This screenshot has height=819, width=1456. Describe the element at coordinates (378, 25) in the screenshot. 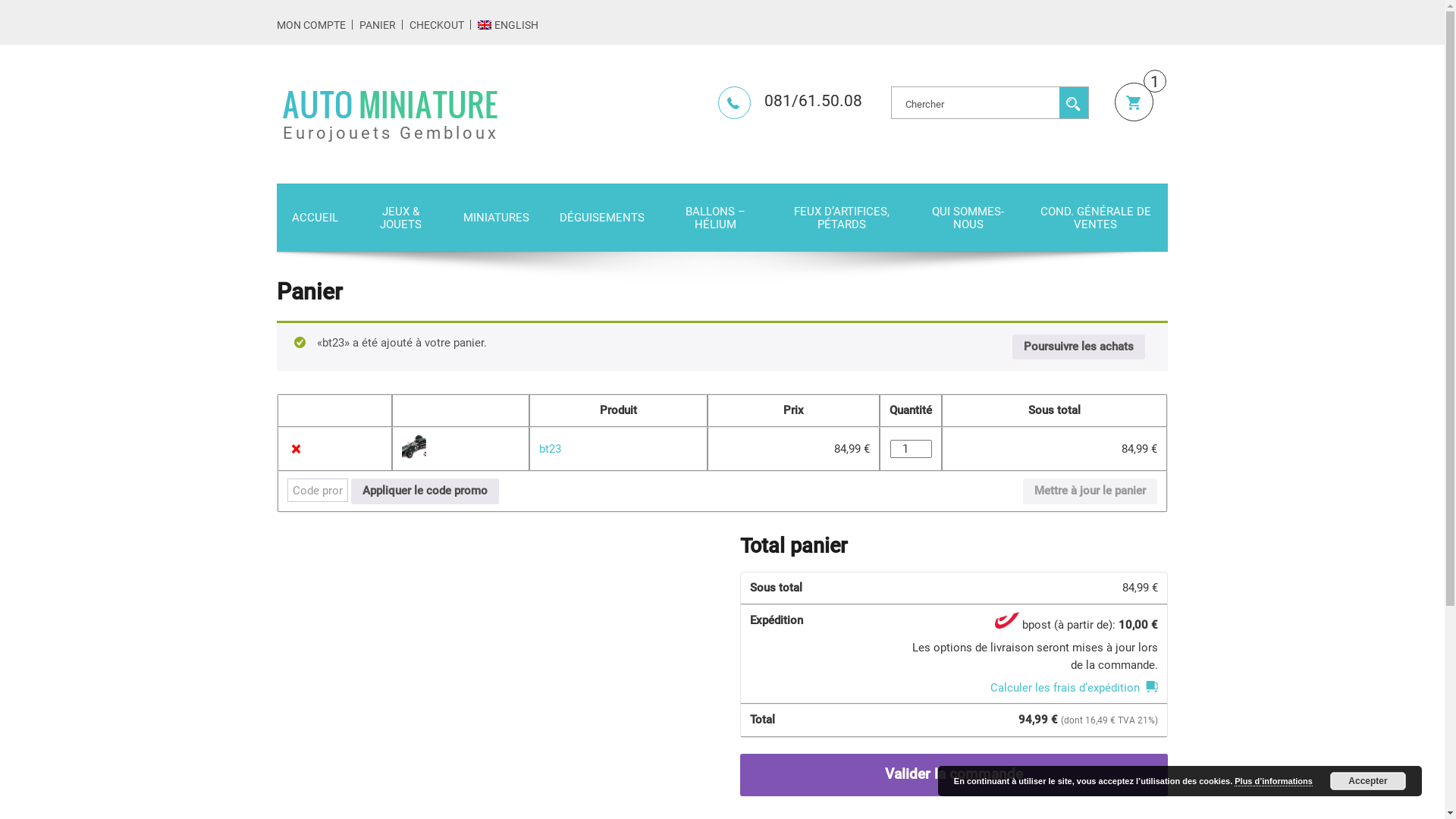

I see `'PANIER'` at that location.